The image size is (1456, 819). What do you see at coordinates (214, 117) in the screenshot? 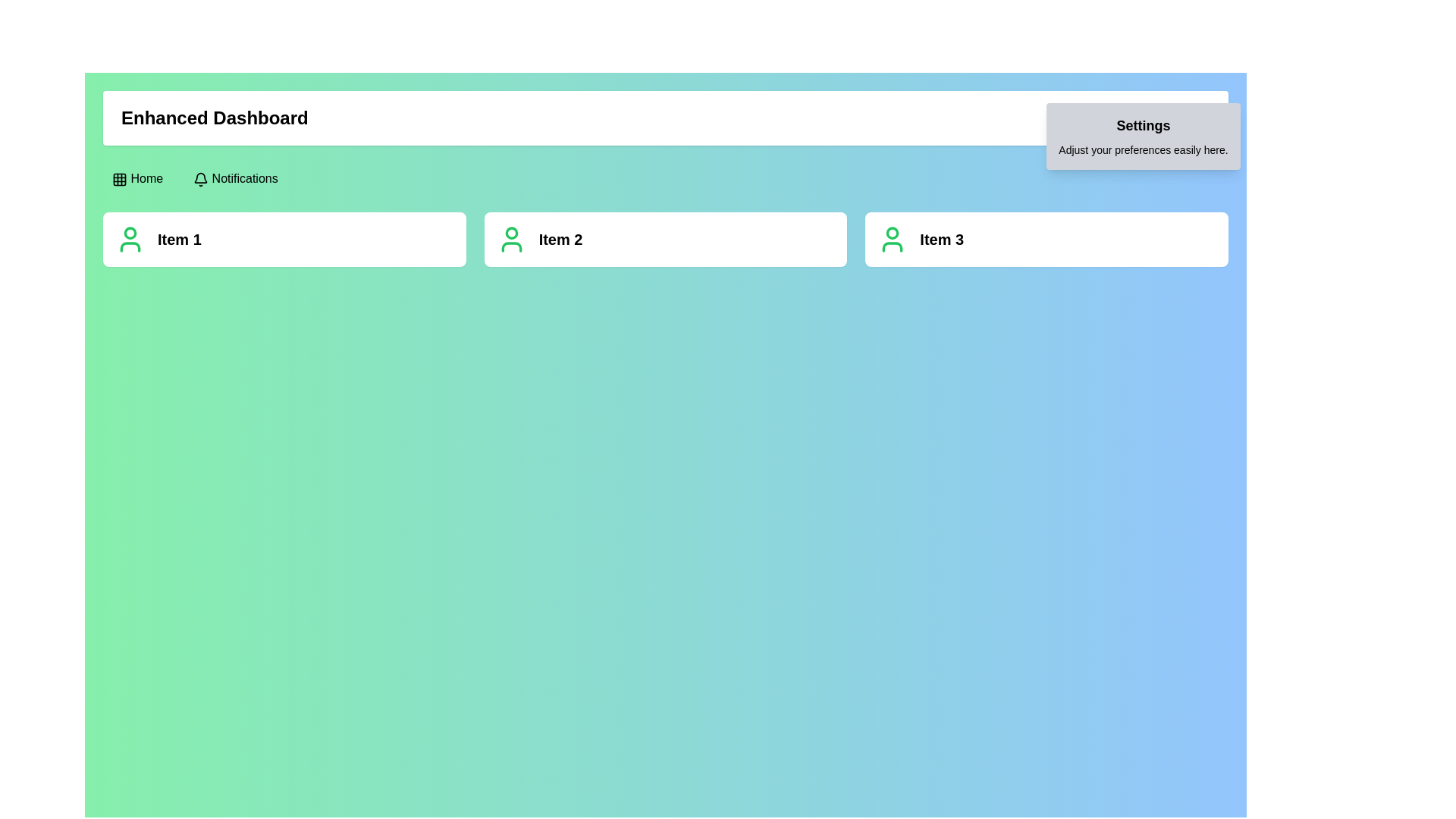
I see `the header text label indicating the current view or section of the application, located towards the left in the header section of the interface` at bounding box center [214, 117].